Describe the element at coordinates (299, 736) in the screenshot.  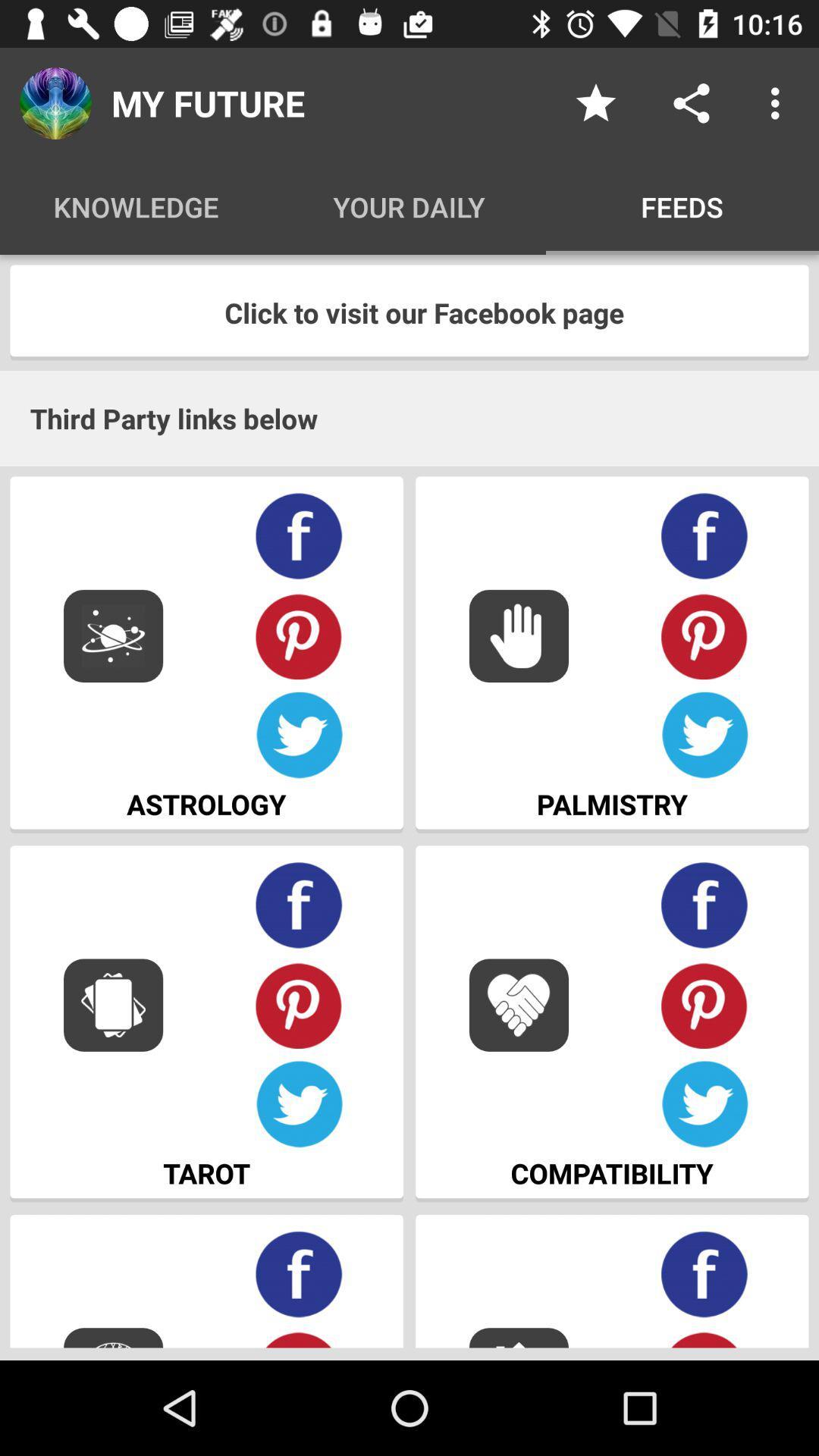
I see `post to twitter` at that location.